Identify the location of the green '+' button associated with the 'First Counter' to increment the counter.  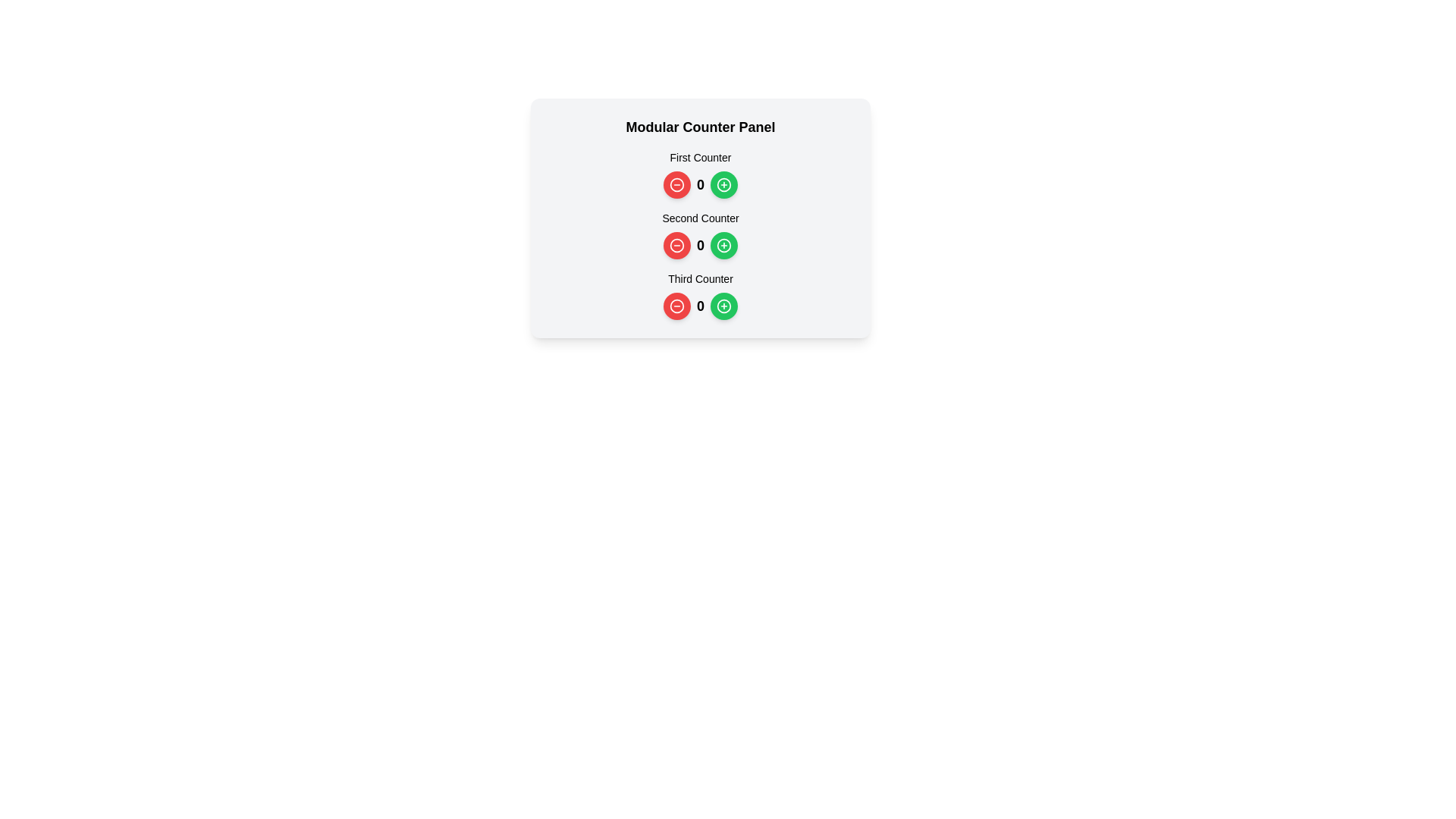
(723, 184).